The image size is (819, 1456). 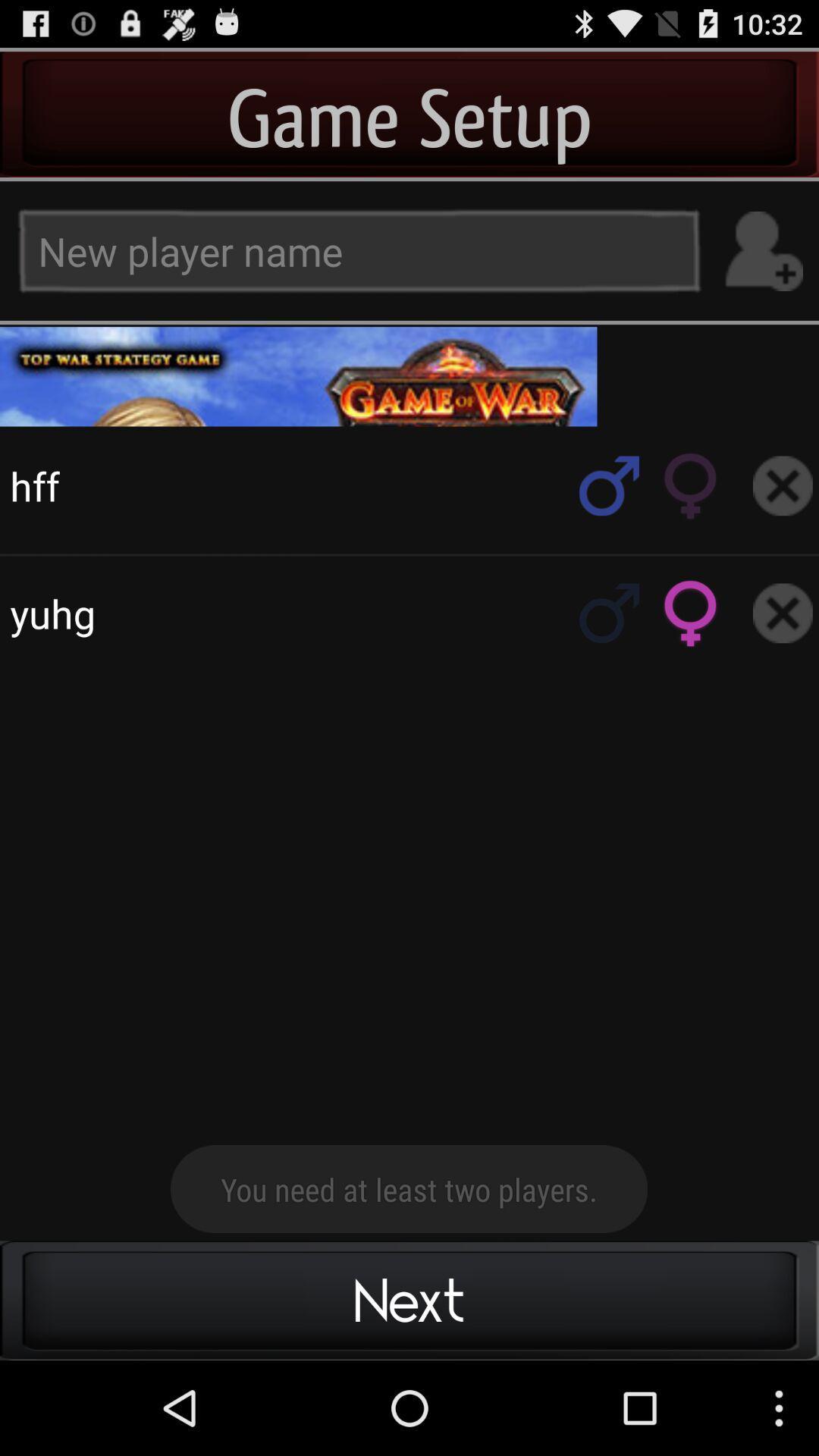 What do you see at coordinates (691, 485) in the screenshot?
I see `gender` at bounding box center [691, 485].